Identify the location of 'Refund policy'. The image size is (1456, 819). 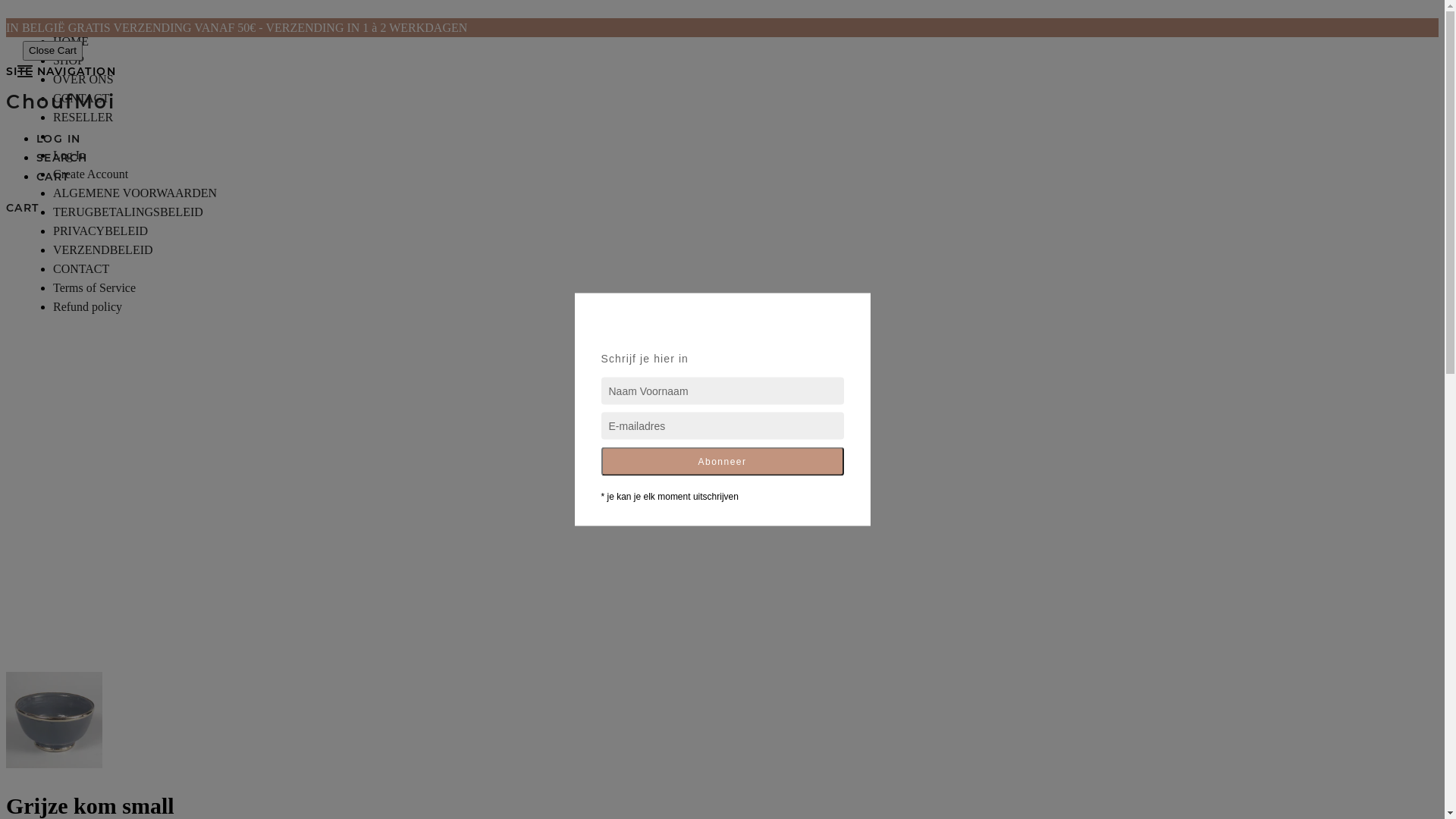
(86, 306).